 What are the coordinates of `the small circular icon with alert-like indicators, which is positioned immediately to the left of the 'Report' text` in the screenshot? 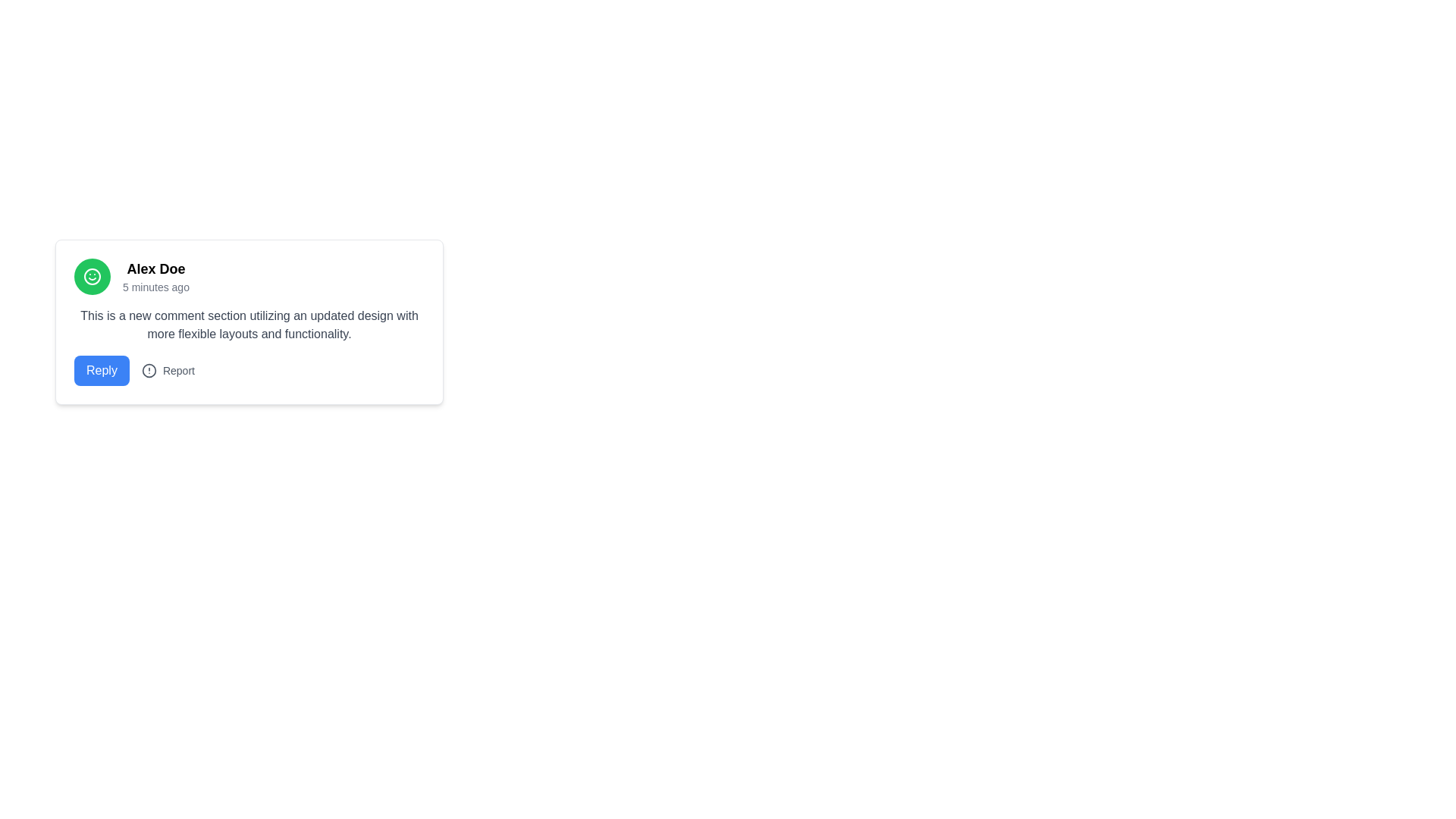 It's located at (149, 371).